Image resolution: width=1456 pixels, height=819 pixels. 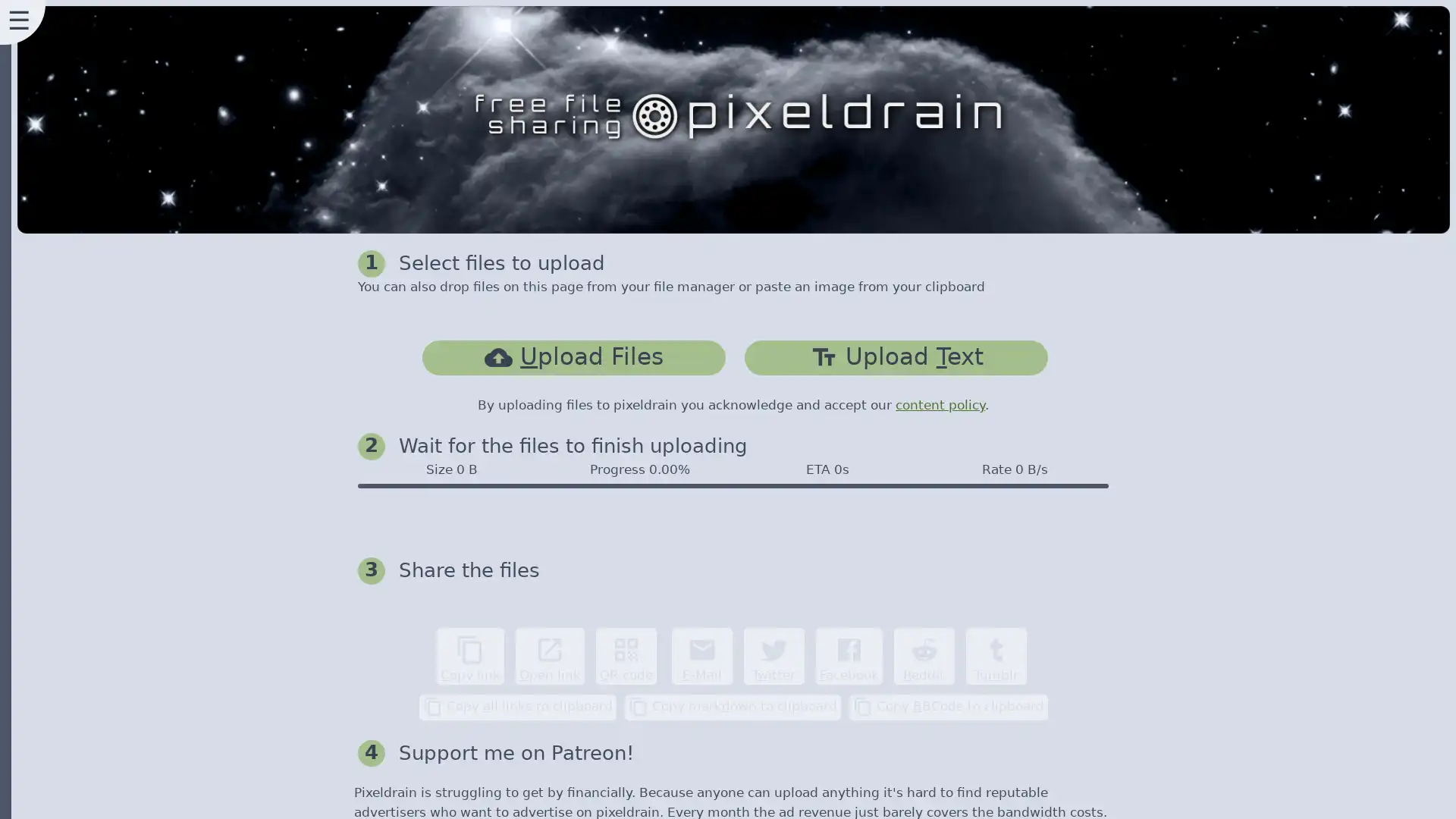 What do you see at coordinates (877, 655) in the screenshot?
I see `Twitter` at bounding box center [877, 655].